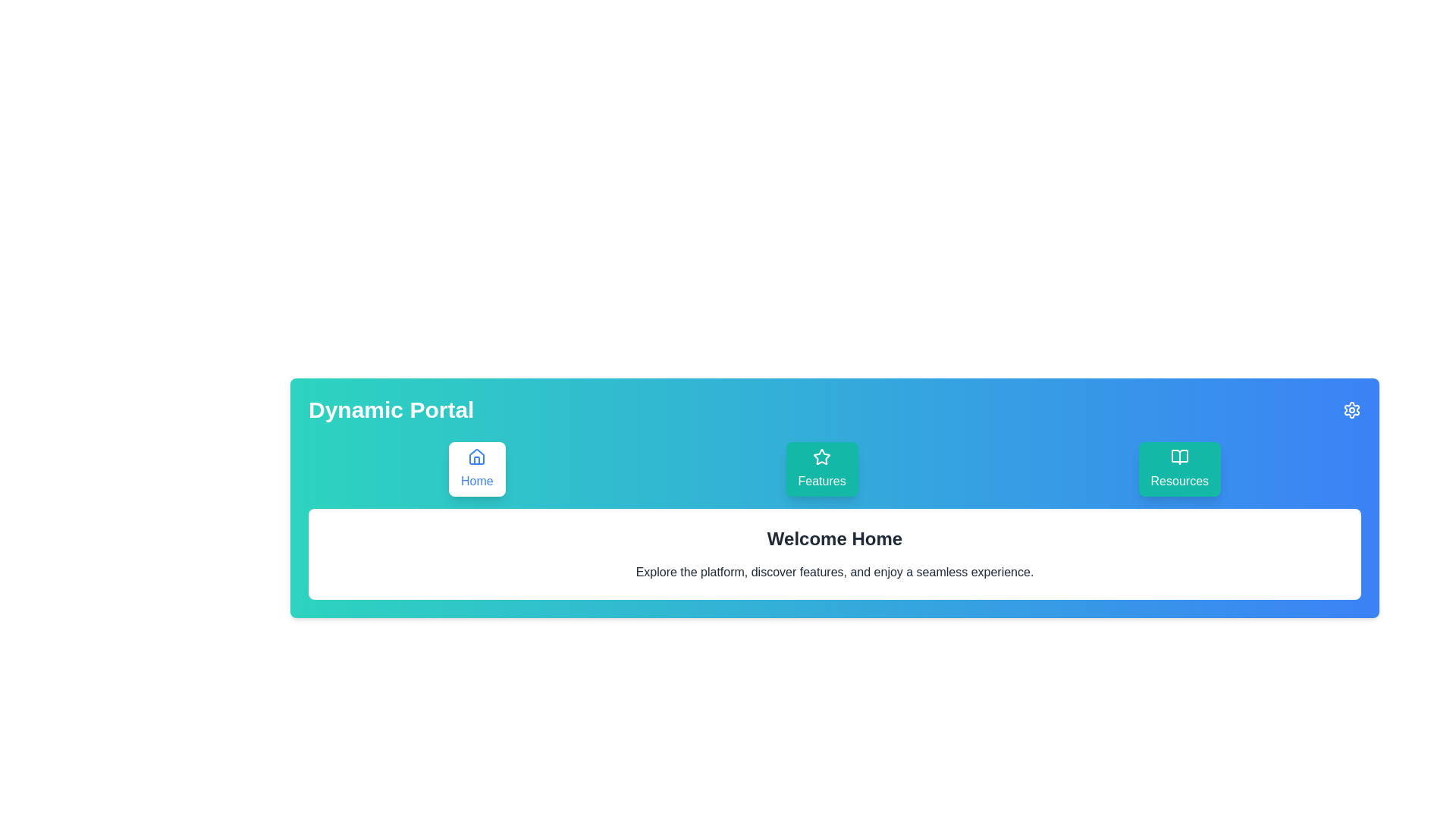 This screenshot has width=1456, height=819. I want to click on the star-shaped SVG icon representing the 'Features' option in the navigation menu, so click(821, 456).